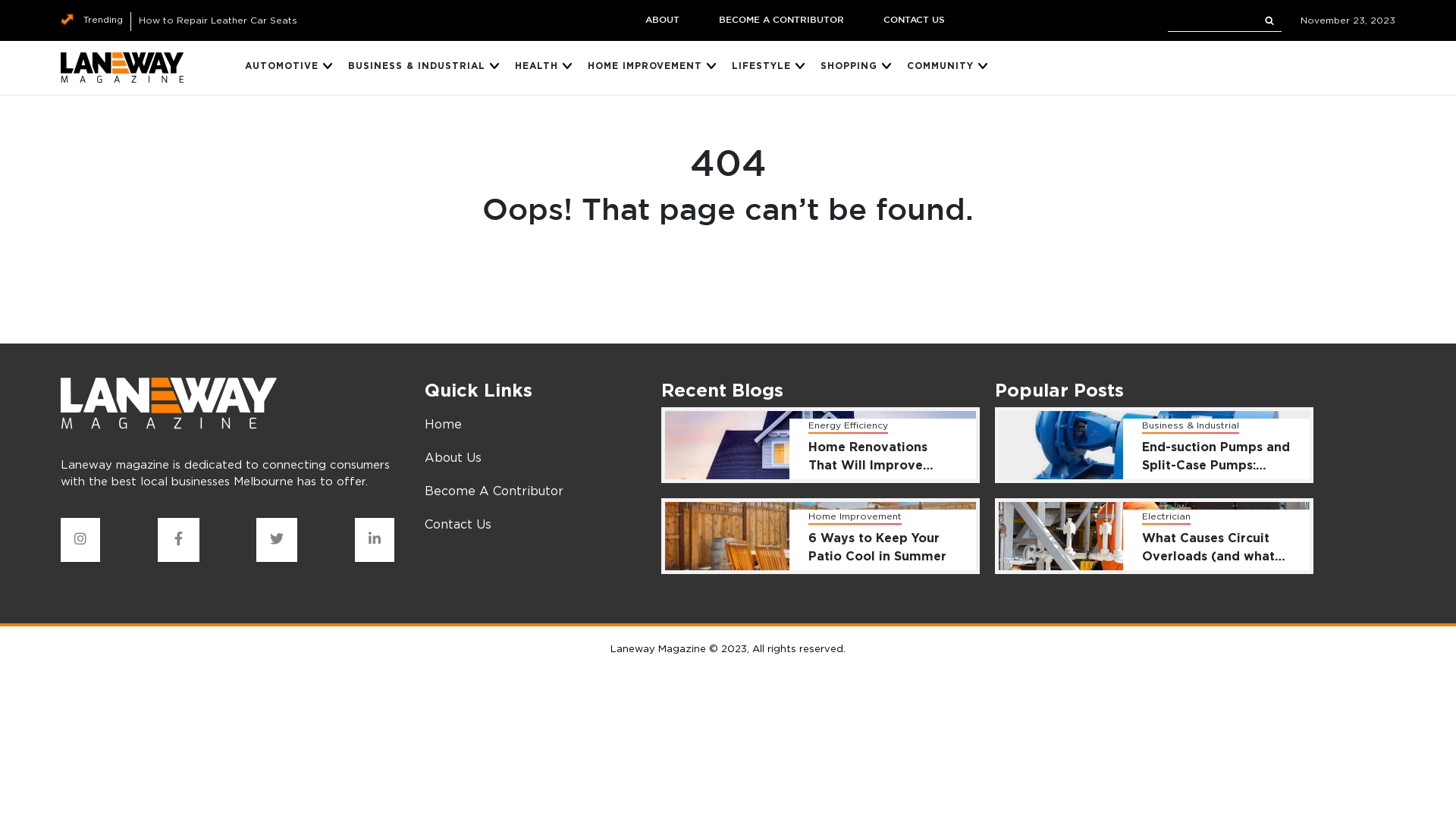  Describe the element at coordinates (442, 424) in the screenshot. I see `'Home'` at that location.